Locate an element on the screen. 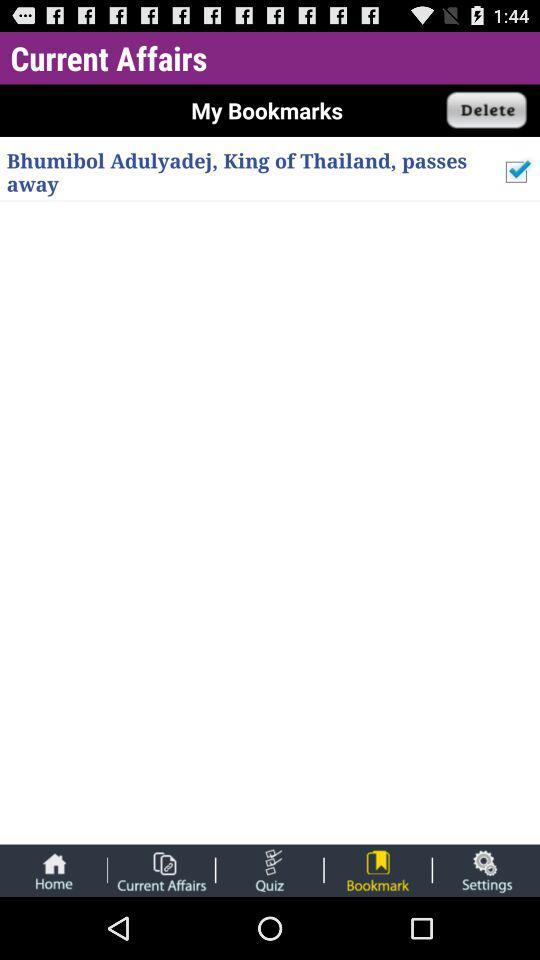  take quiz is located at coordinates (269, 869).